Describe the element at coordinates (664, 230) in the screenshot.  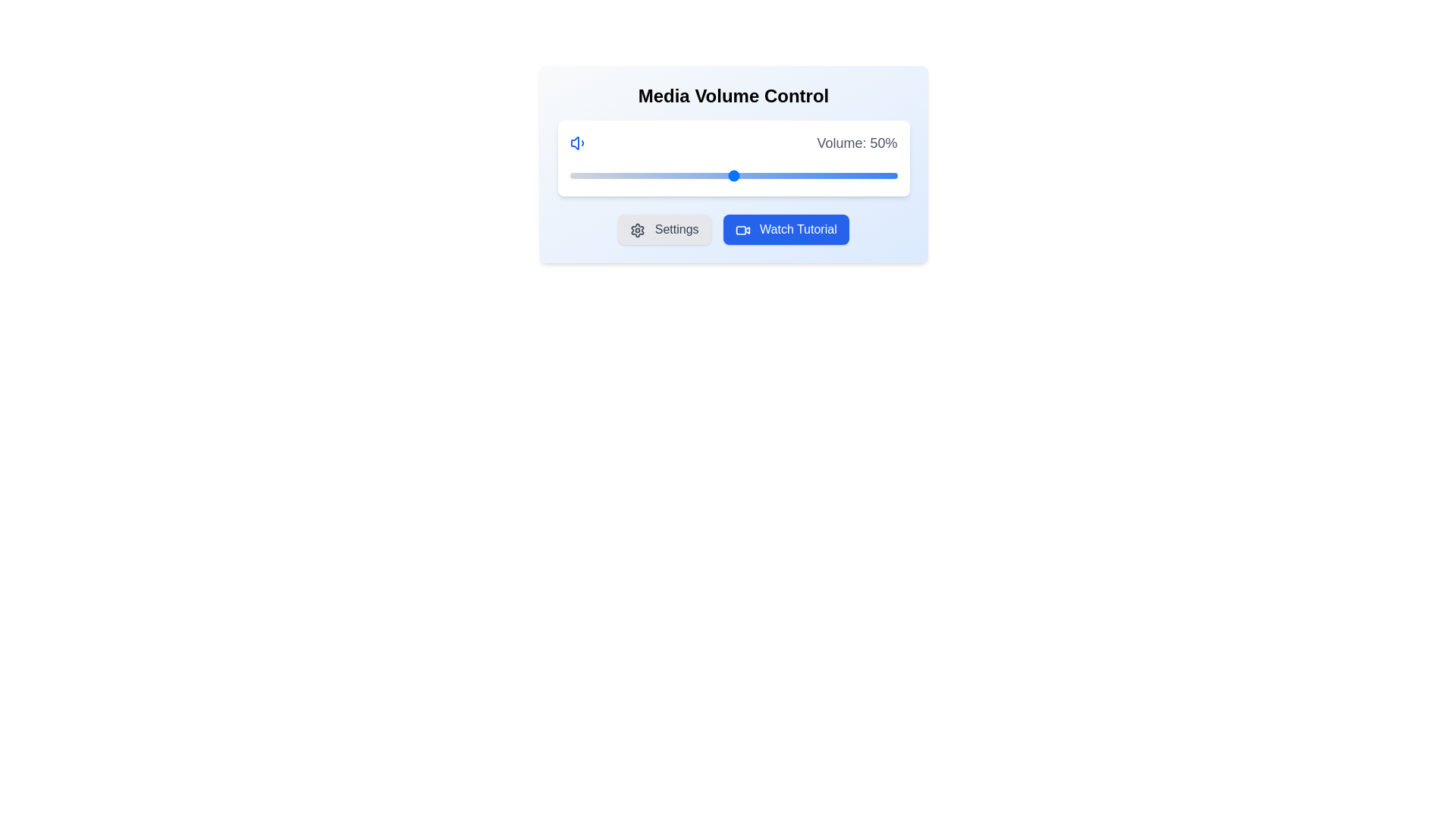
I see `the 'Settings' button to open the settings menu` at that location.